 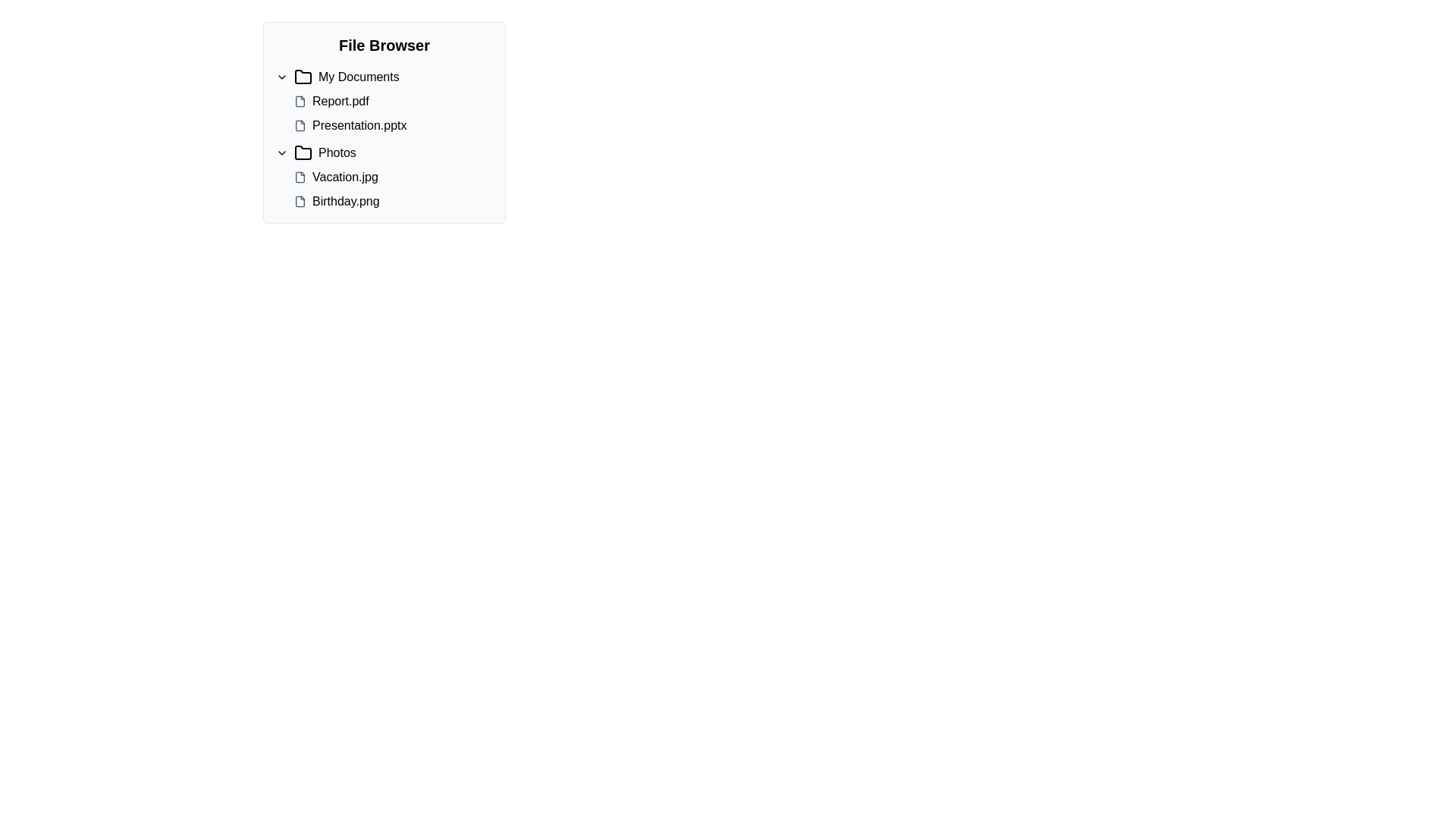 What do you see at coordinates (300, 201) in the screenshot?
I see `the icon representing 'Birthday.png' in the file browser interface` at bounding box center [300, 201].